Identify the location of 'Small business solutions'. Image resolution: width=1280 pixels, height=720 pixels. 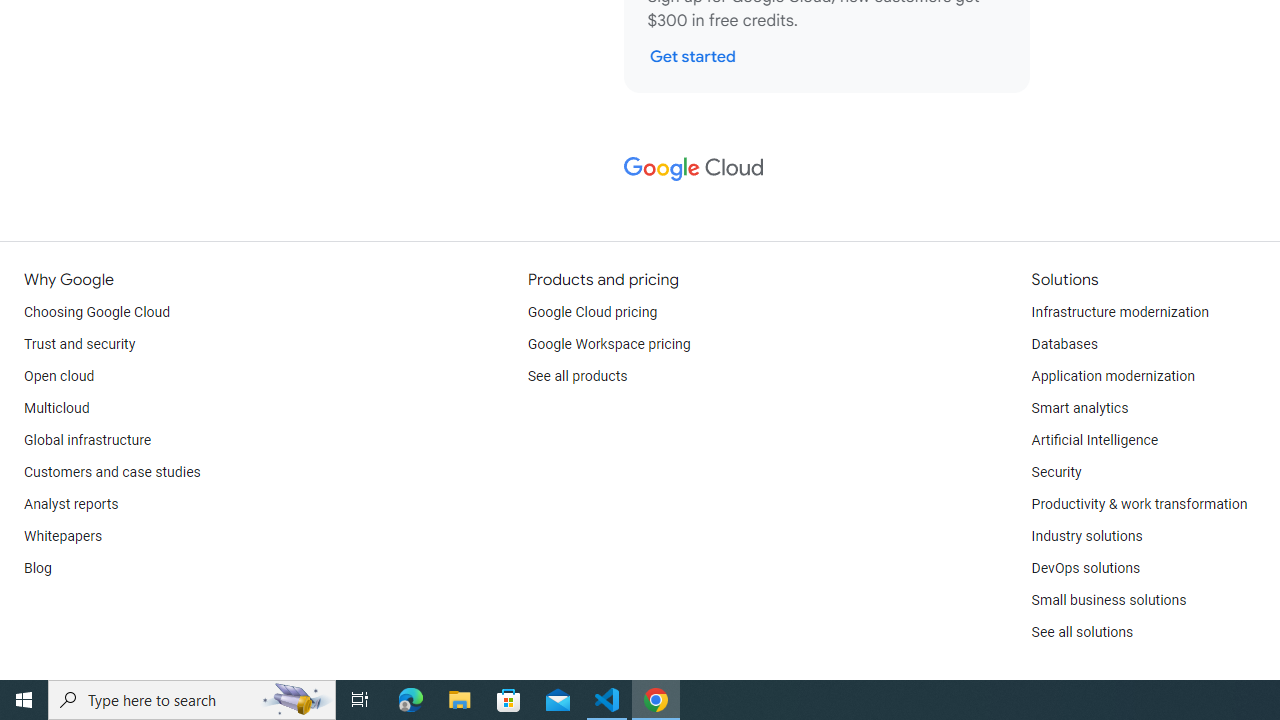
(1107, 599).